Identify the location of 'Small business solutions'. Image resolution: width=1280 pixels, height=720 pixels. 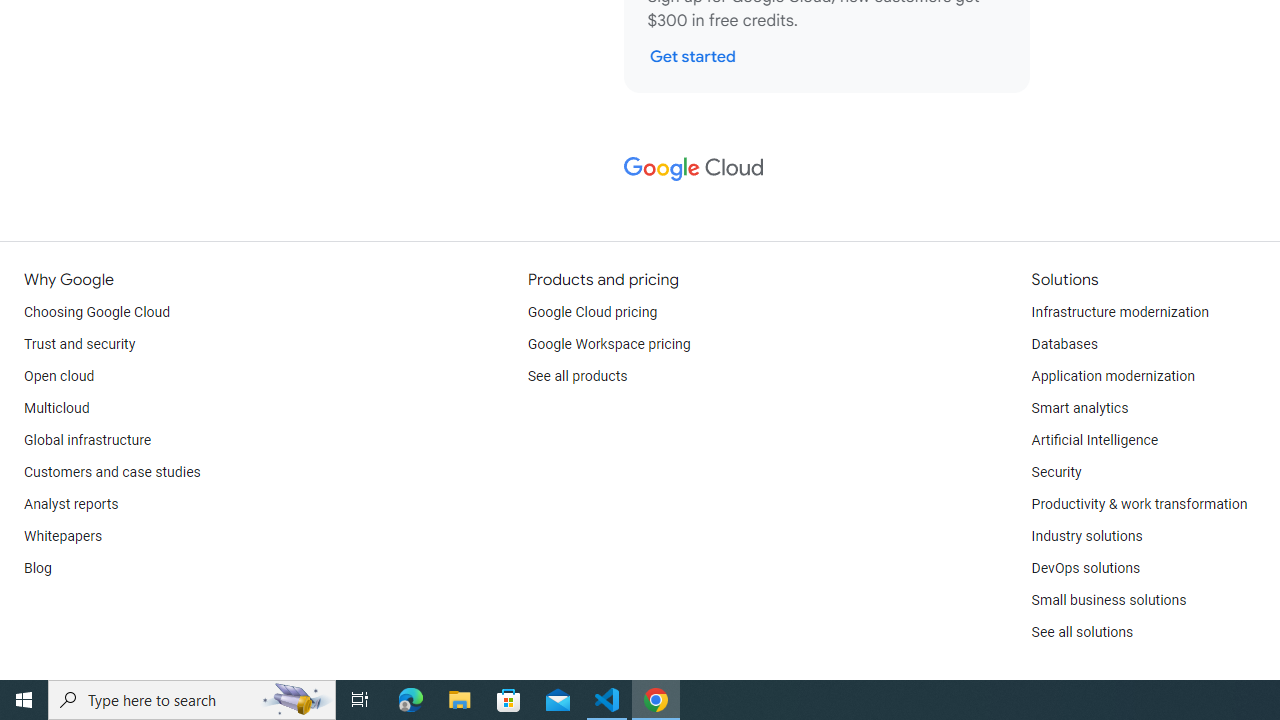
(1107, 599).